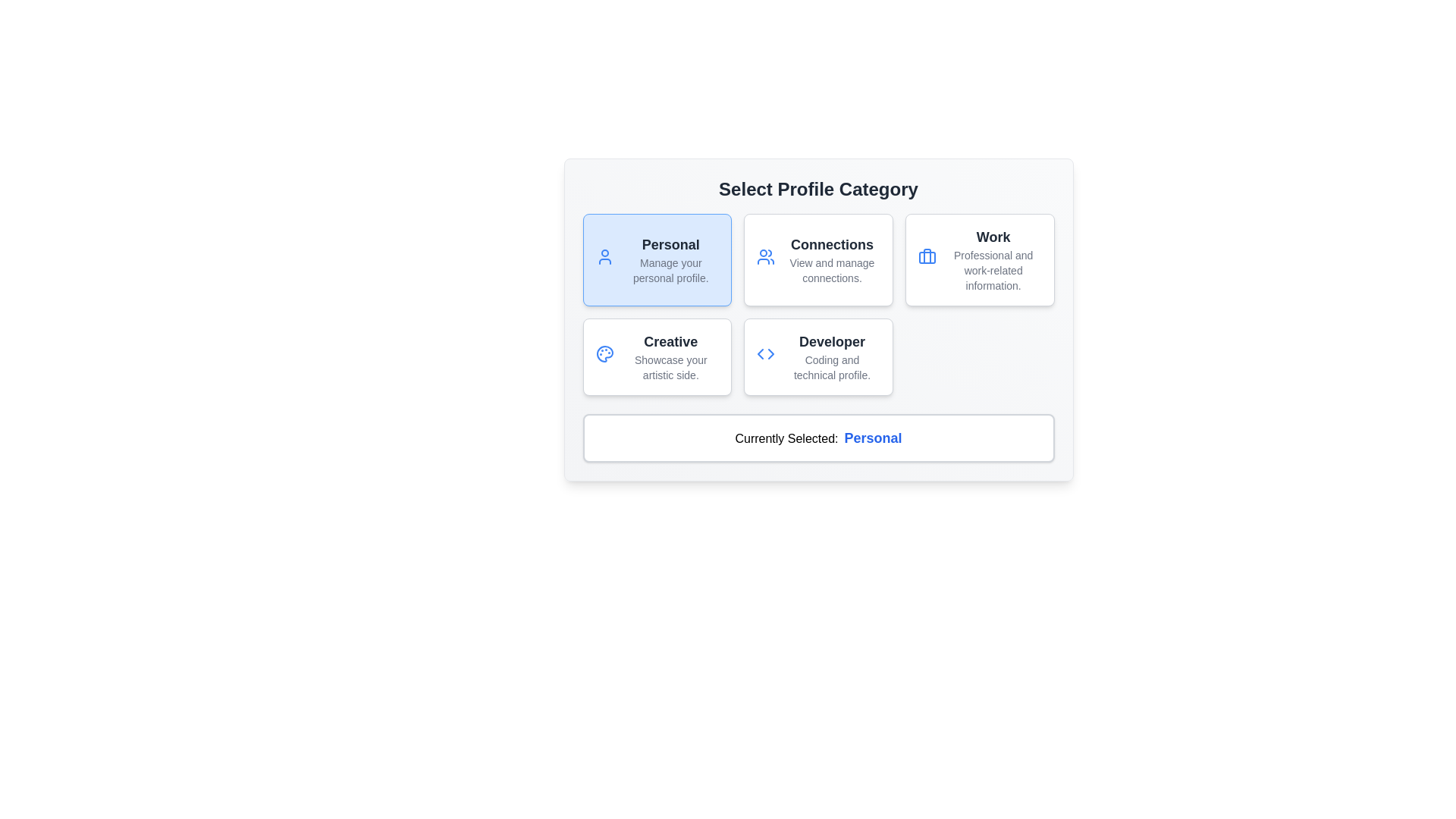  I want to click on static text that says 'Coding and technical profile.' located beneath the 'Developer' heading in the lower right profile block, so click(831, 368).